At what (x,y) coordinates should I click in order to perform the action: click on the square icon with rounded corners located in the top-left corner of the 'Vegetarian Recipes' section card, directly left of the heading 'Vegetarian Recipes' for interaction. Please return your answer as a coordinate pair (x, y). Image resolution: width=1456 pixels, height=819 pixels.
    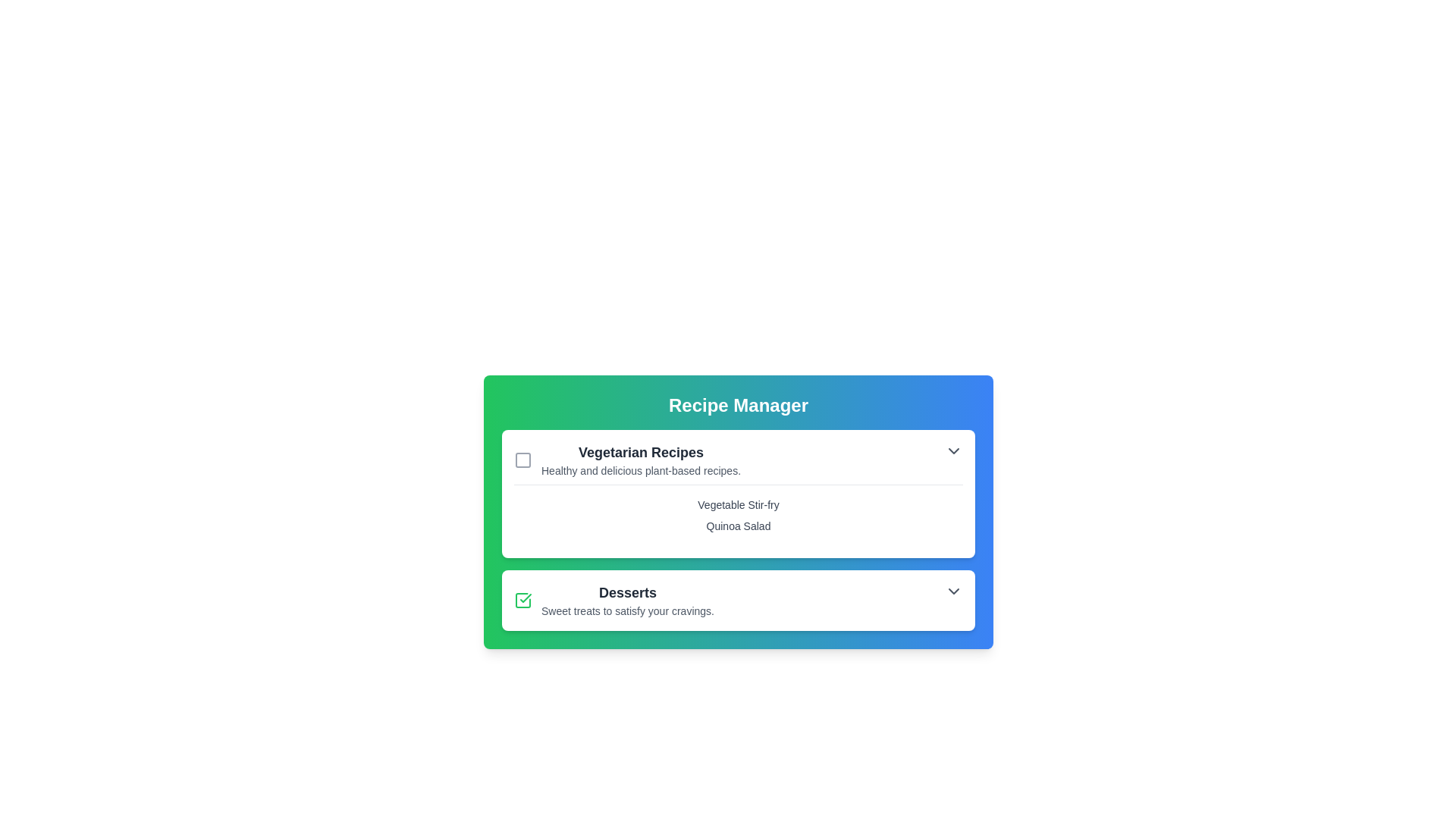
    Looking at the image, I should click on (523, 459).